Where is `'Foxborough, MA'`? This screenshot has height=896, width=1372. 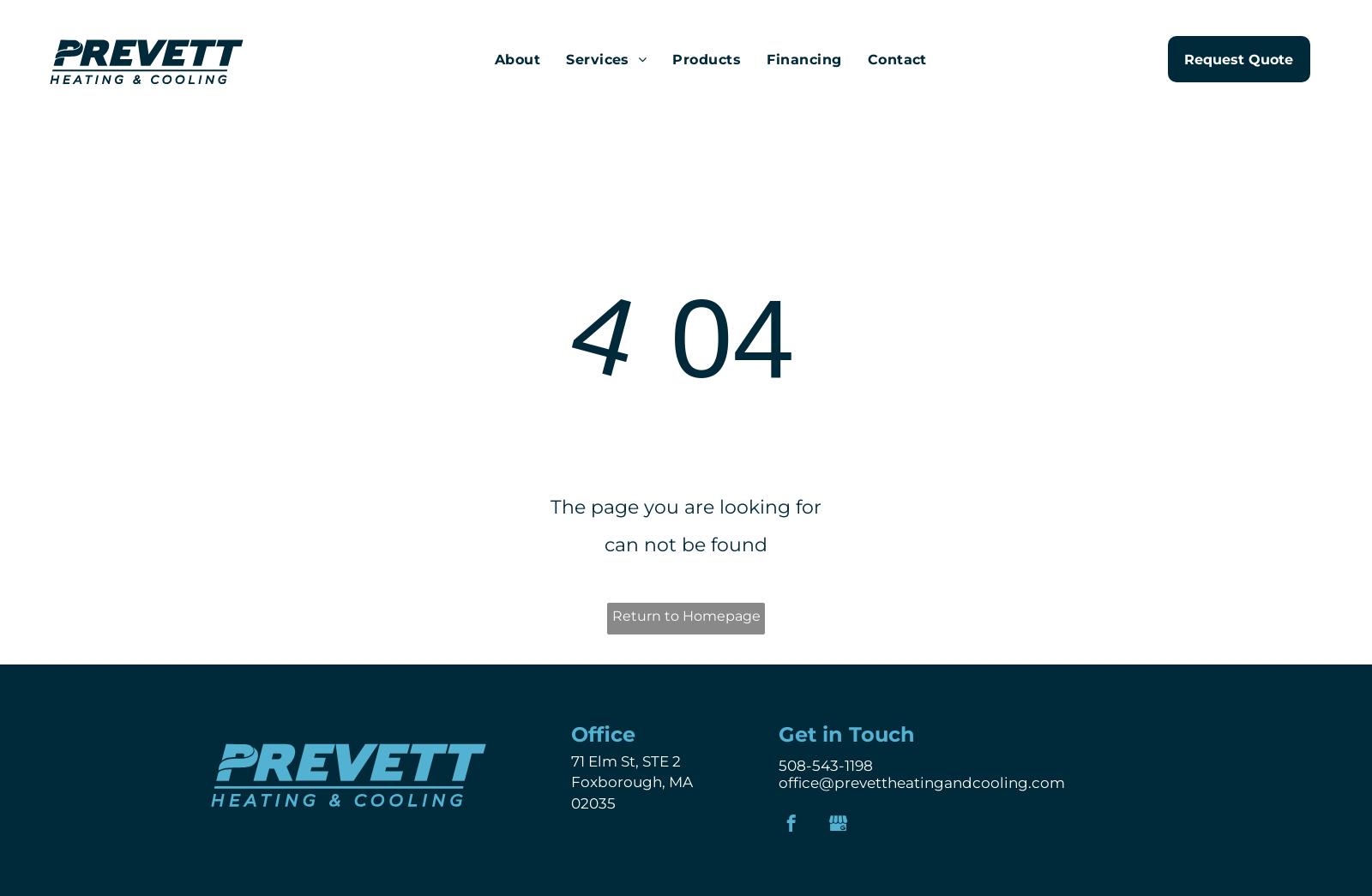
'Foxborough, MA' is located at coordinates (631, 781).